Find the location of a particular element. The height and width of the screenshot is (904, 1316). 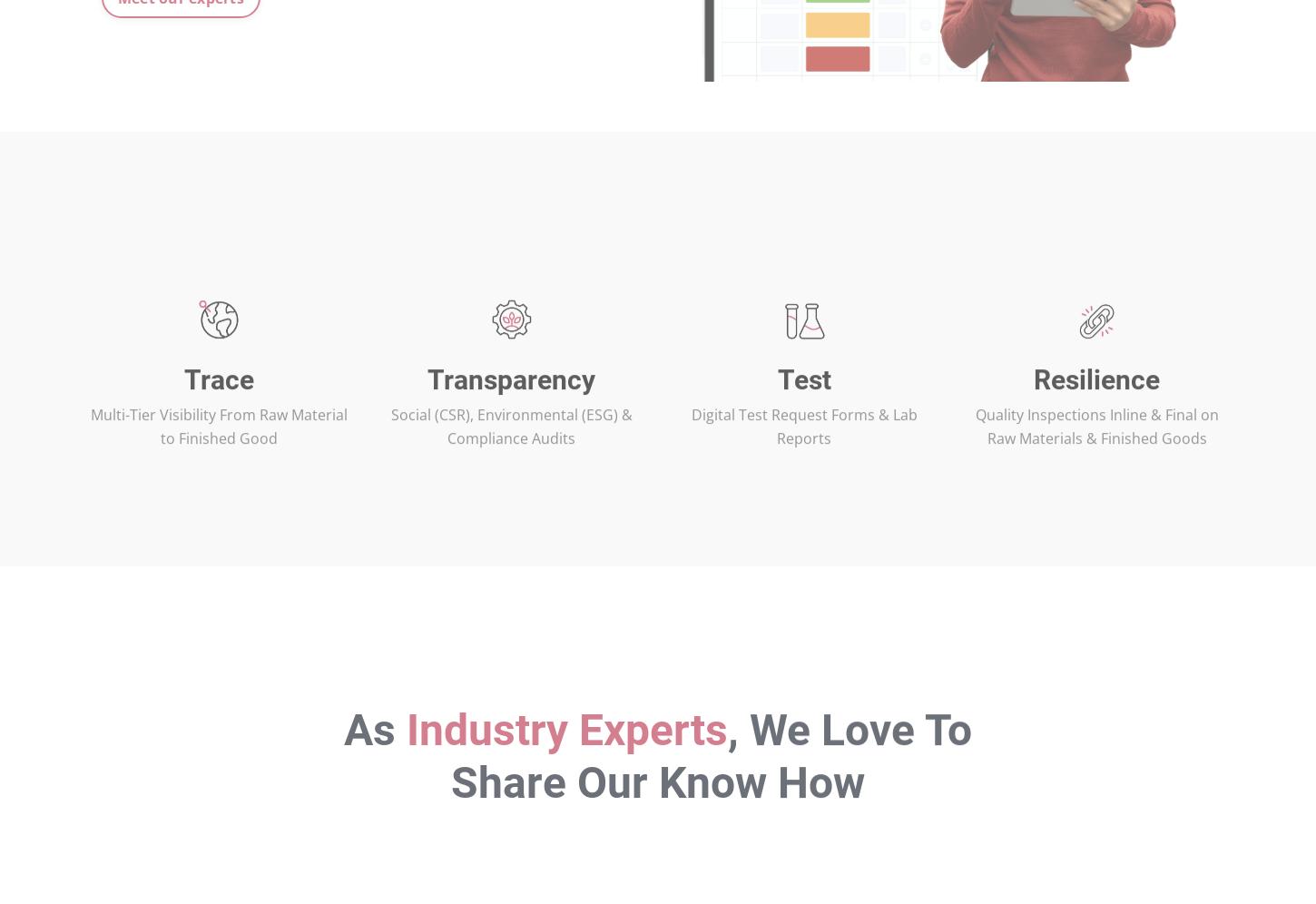

'Transparency' is located at coordinates (511, 436).